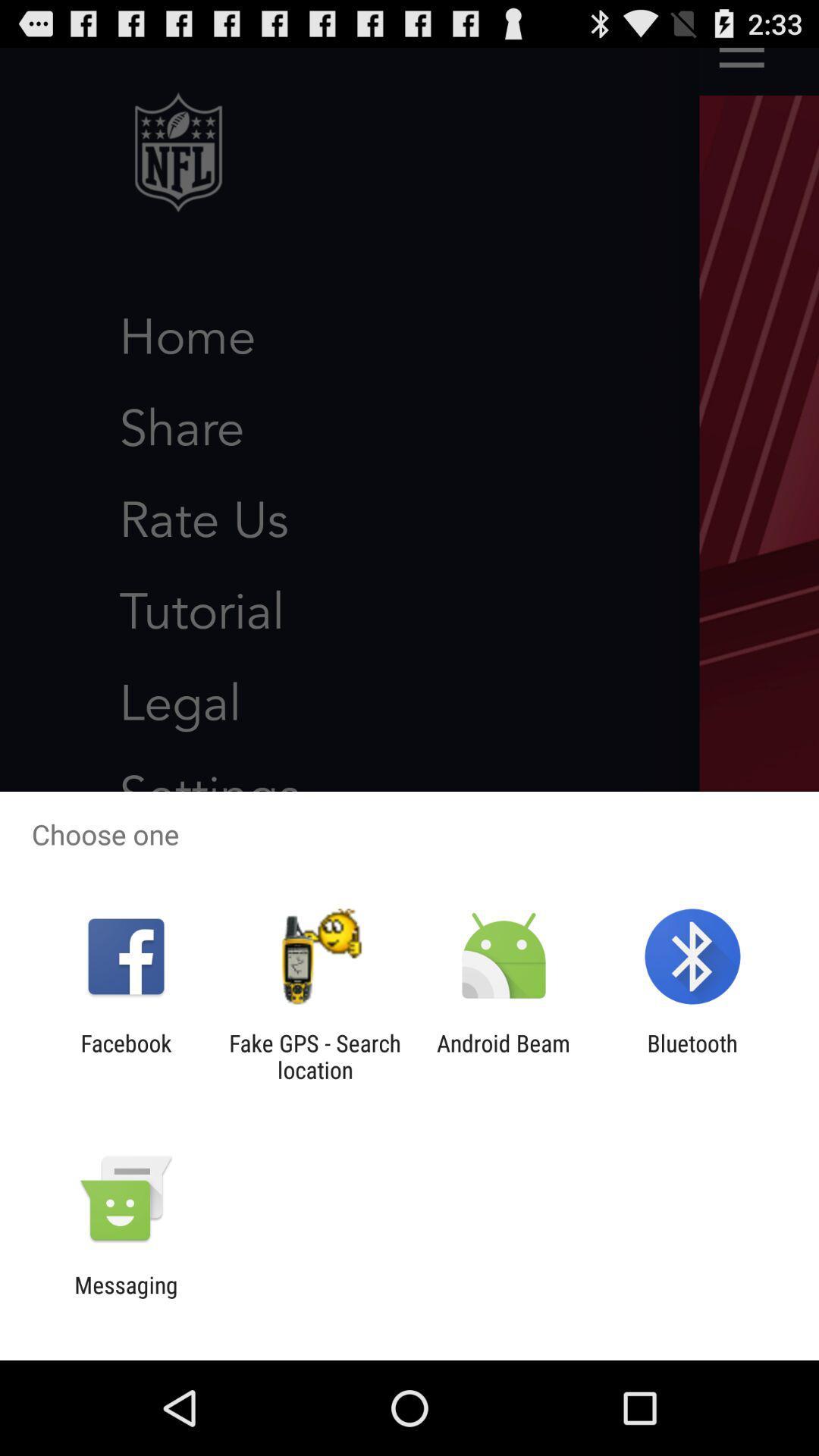 The height and width of the screenshot is (1456, 819). Describe the element at coordinates (692, 1056) in the screenshot. I see `the icon to the right of android beam icon` at that location.